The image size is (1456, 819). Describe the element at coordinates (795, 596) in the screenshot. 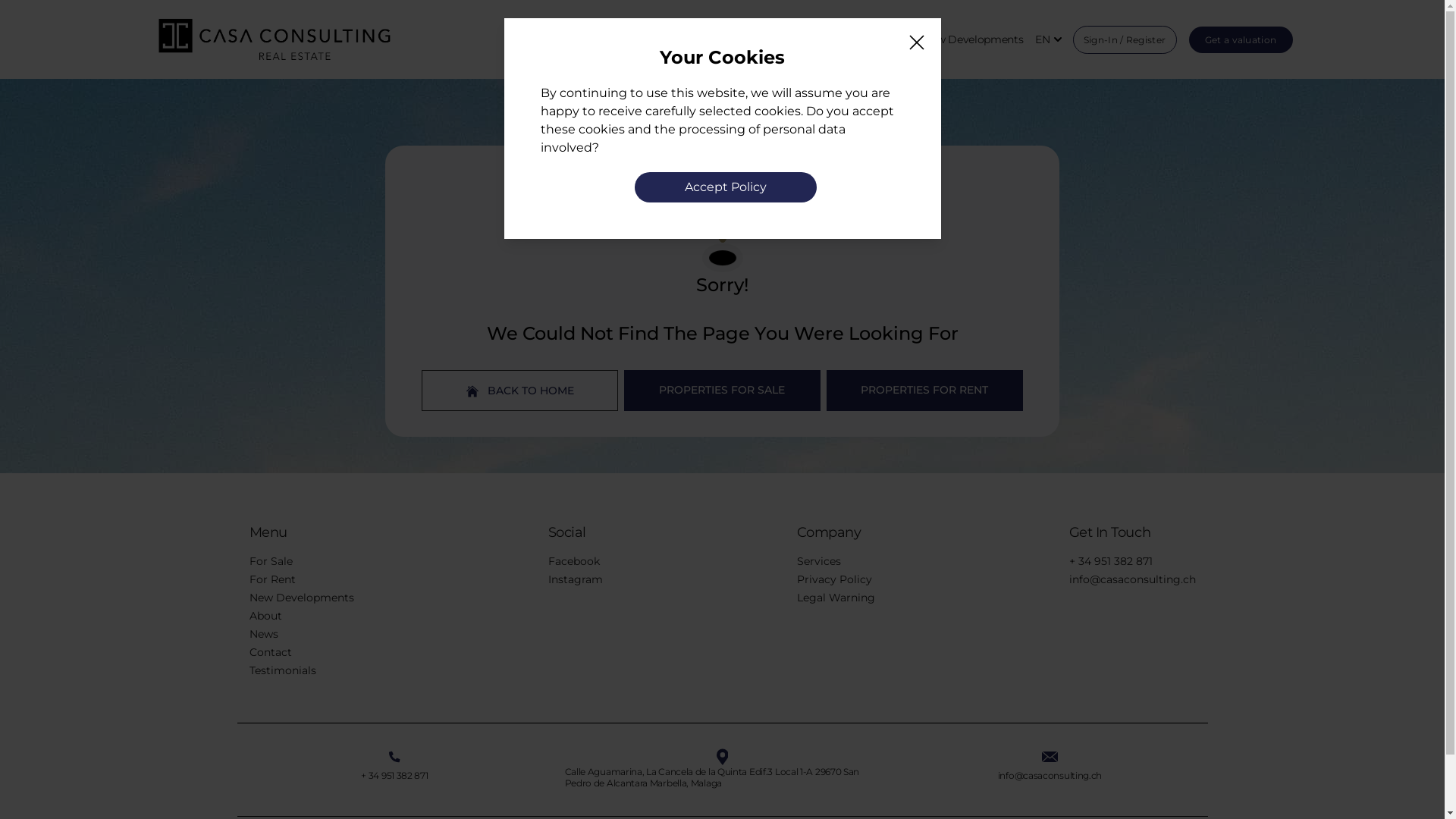

I see `'Legal Warning'` at that location.